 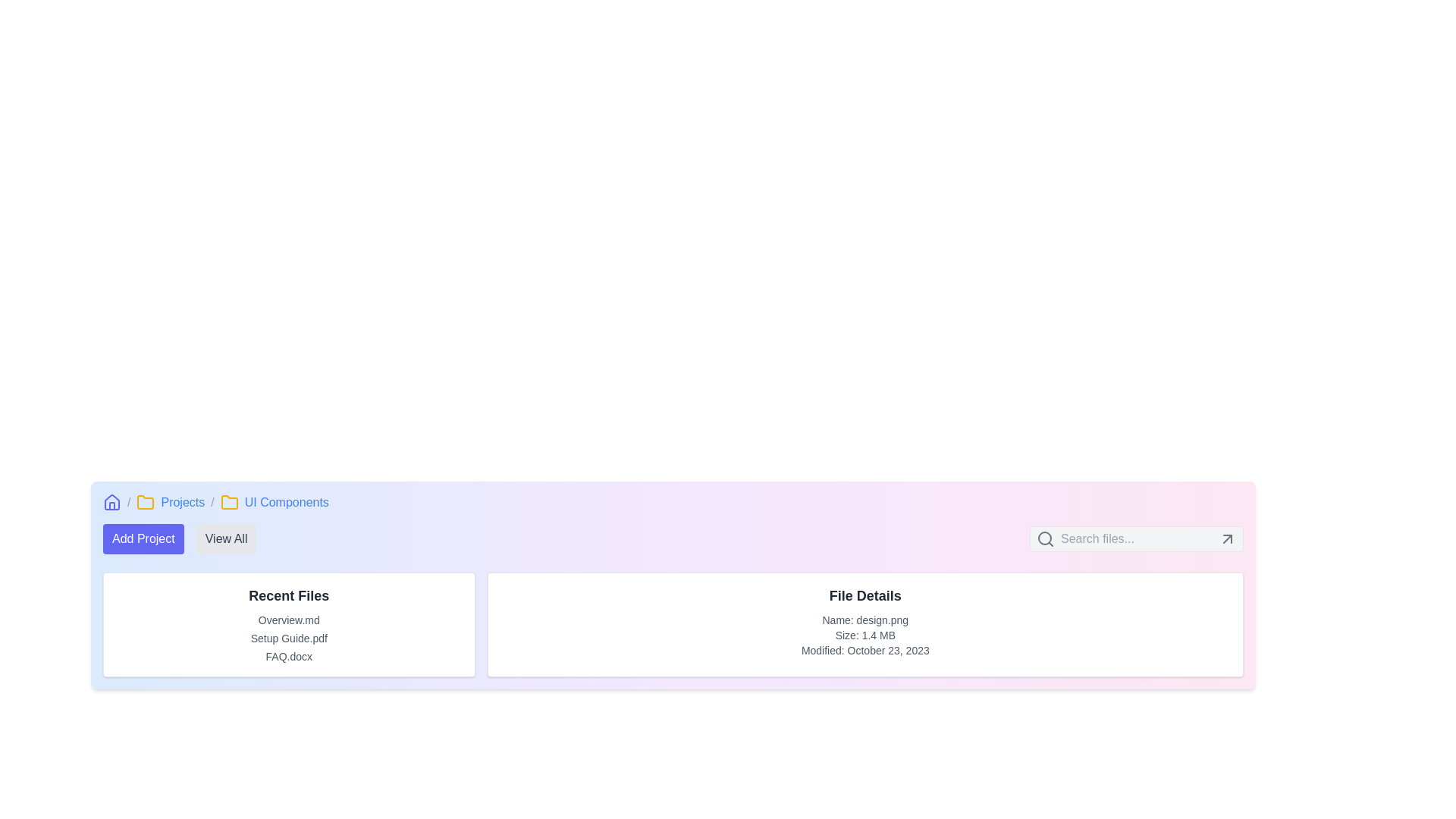 I want to click on the second button that allows users, so click(x=225, y=538).